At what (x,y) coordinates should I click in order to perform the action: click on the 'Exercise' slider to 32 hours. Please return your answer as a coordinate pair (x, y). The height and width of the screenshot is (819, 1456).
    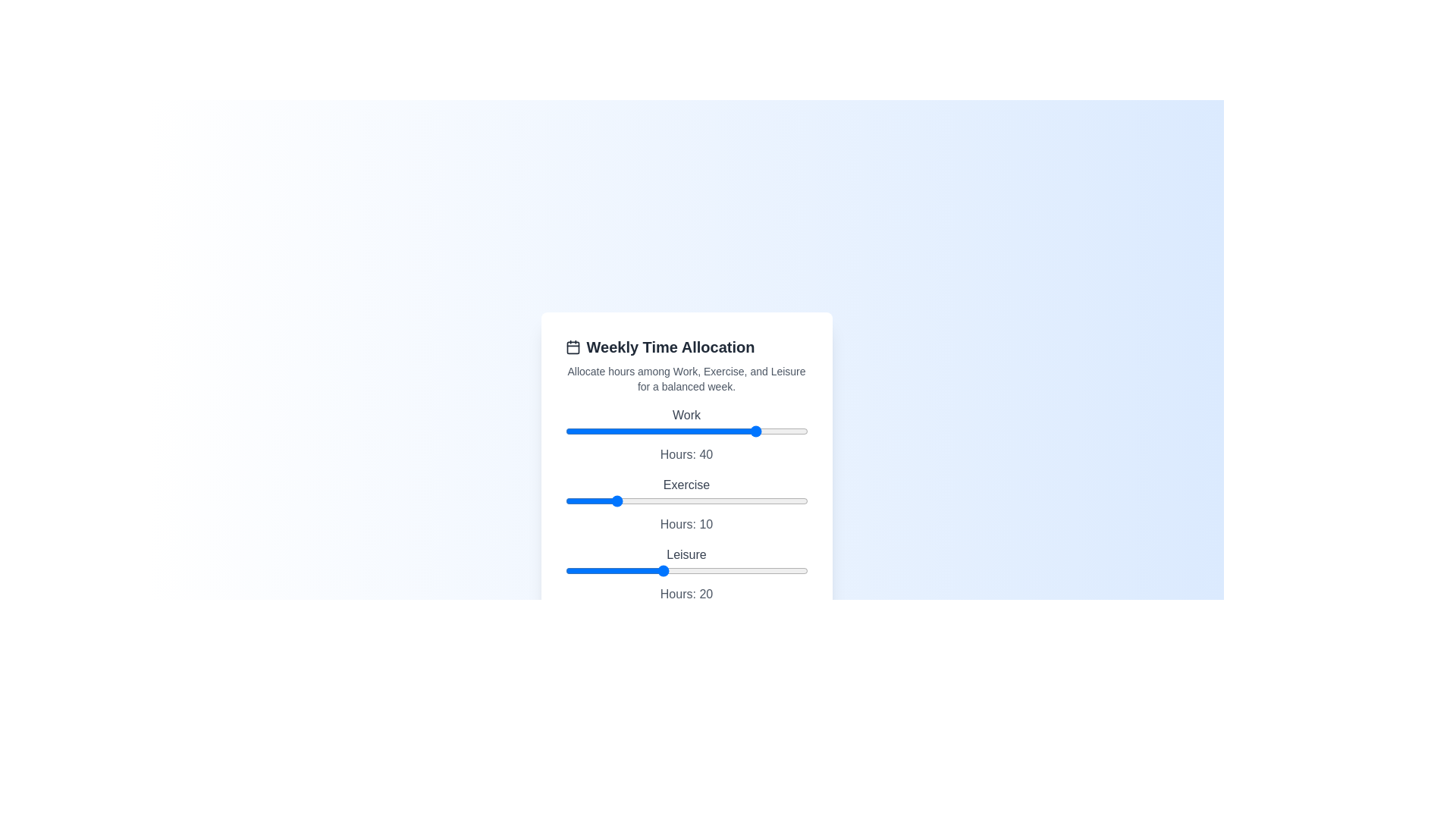
    Looking at the image, I should click on (720, 500).